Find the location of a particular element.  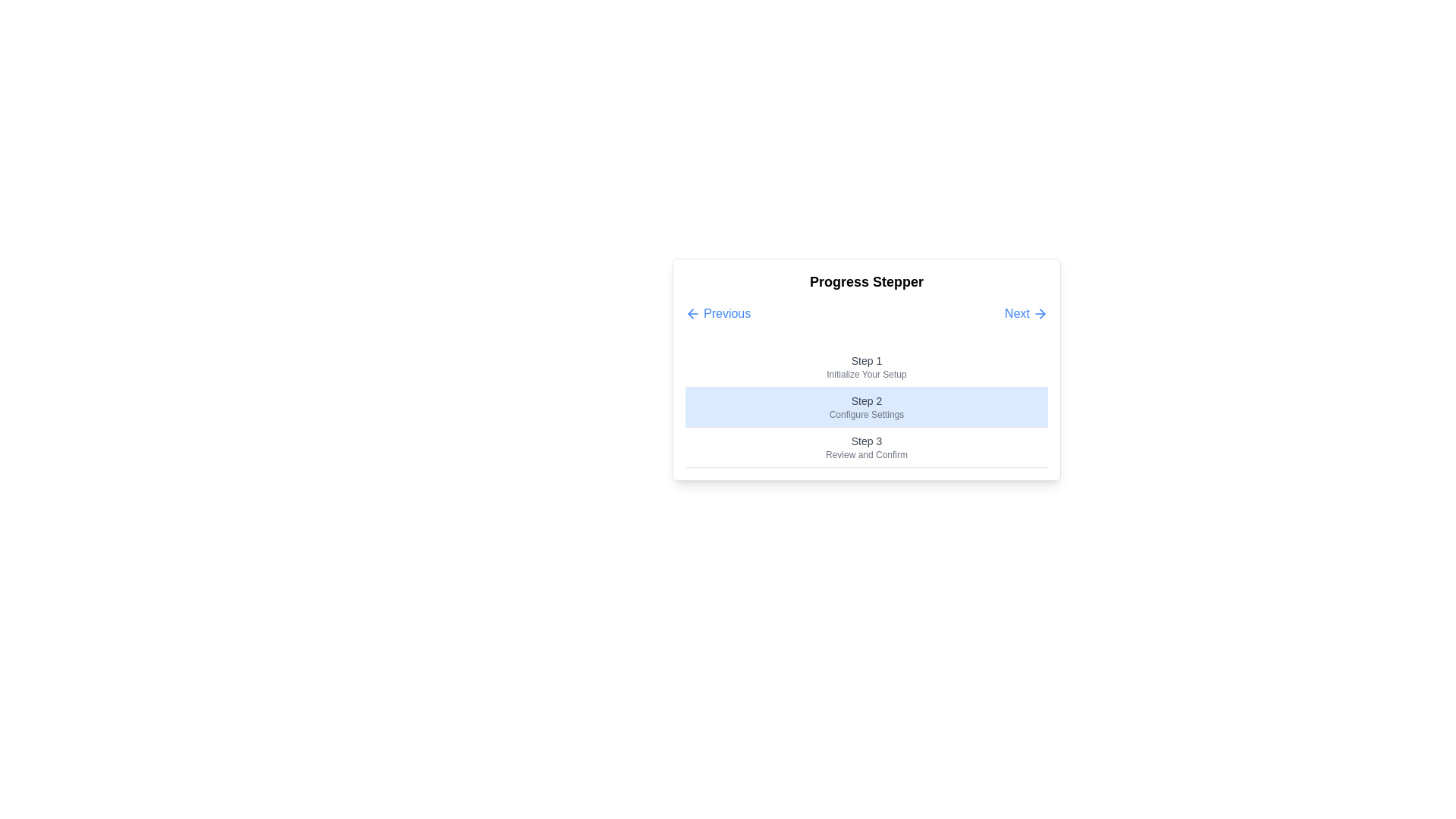

the 'Next' button located at the bottom-right corner of the card-like component is located at coordinates (1026, 312).